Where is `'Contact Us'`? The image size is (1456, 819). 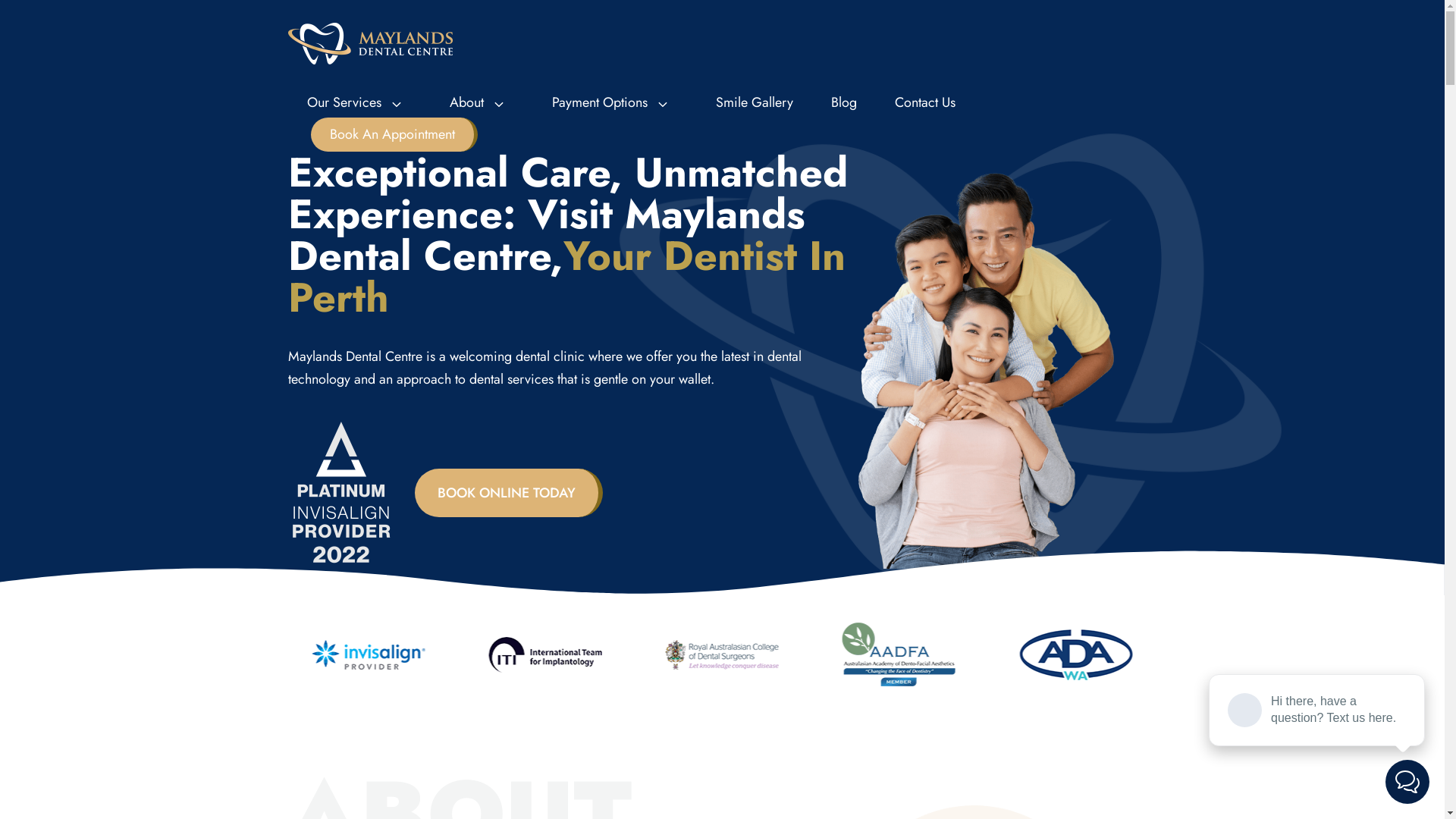 'Contact Us' is located at coordinates (924, 102).